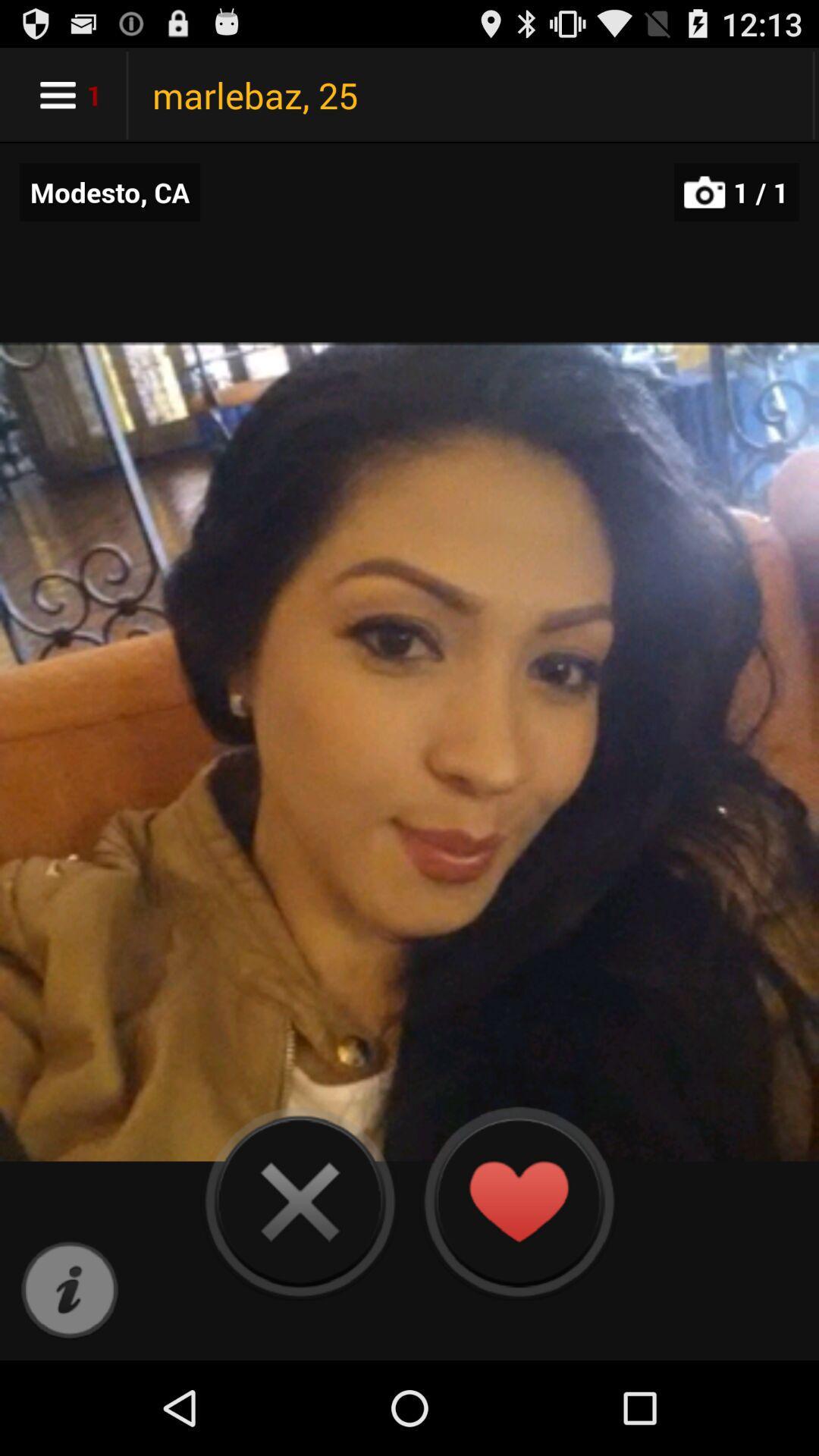 The image size is (819, 1456). I want to click on like the photo, so click(517, 1200).